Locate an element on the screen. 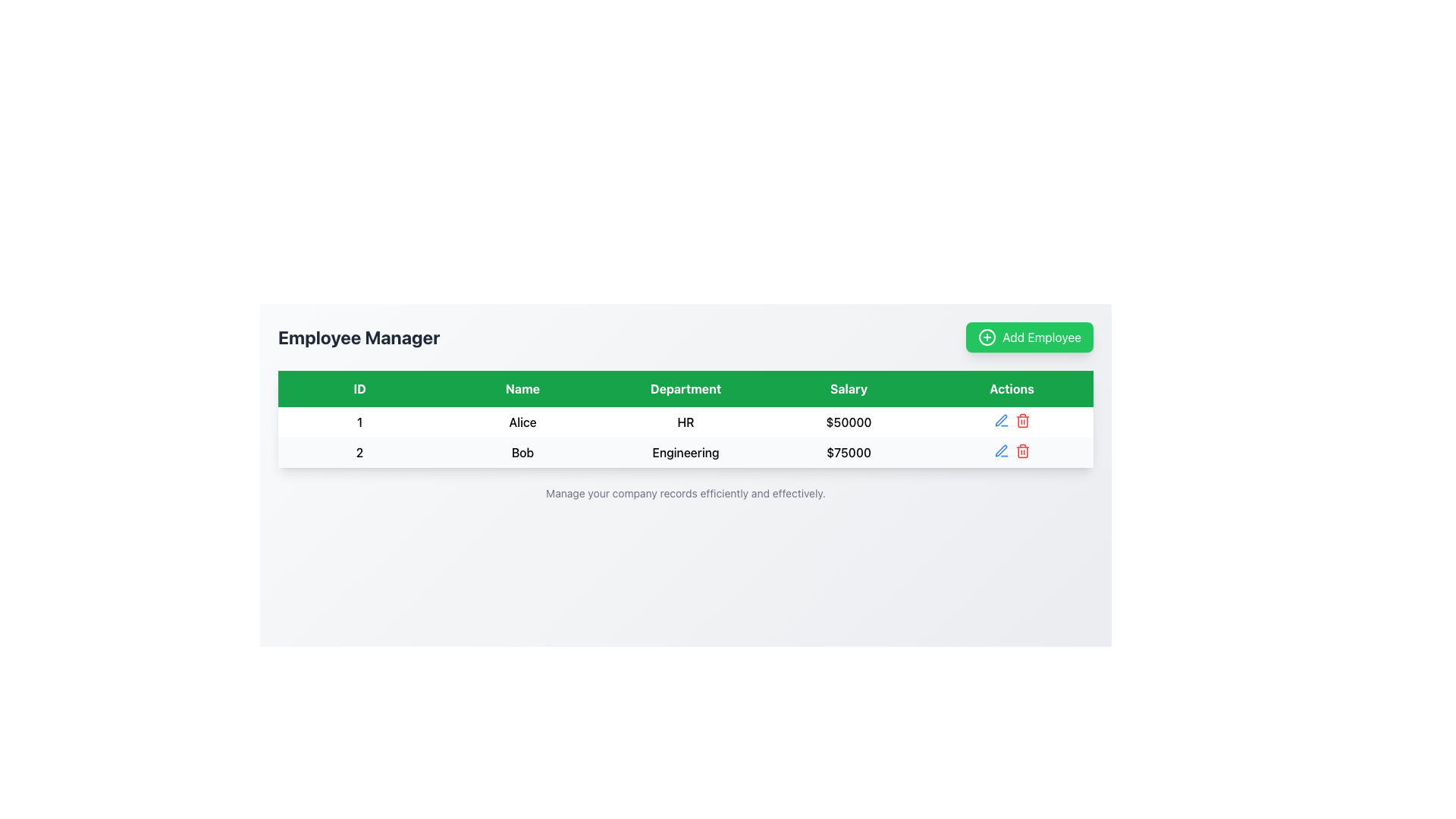 Image resolution: width=1456 pixels, height=819 pixels. the 'Employee Manager' text label, which serves as the title for the current application page is located at coordinates (358, 336).